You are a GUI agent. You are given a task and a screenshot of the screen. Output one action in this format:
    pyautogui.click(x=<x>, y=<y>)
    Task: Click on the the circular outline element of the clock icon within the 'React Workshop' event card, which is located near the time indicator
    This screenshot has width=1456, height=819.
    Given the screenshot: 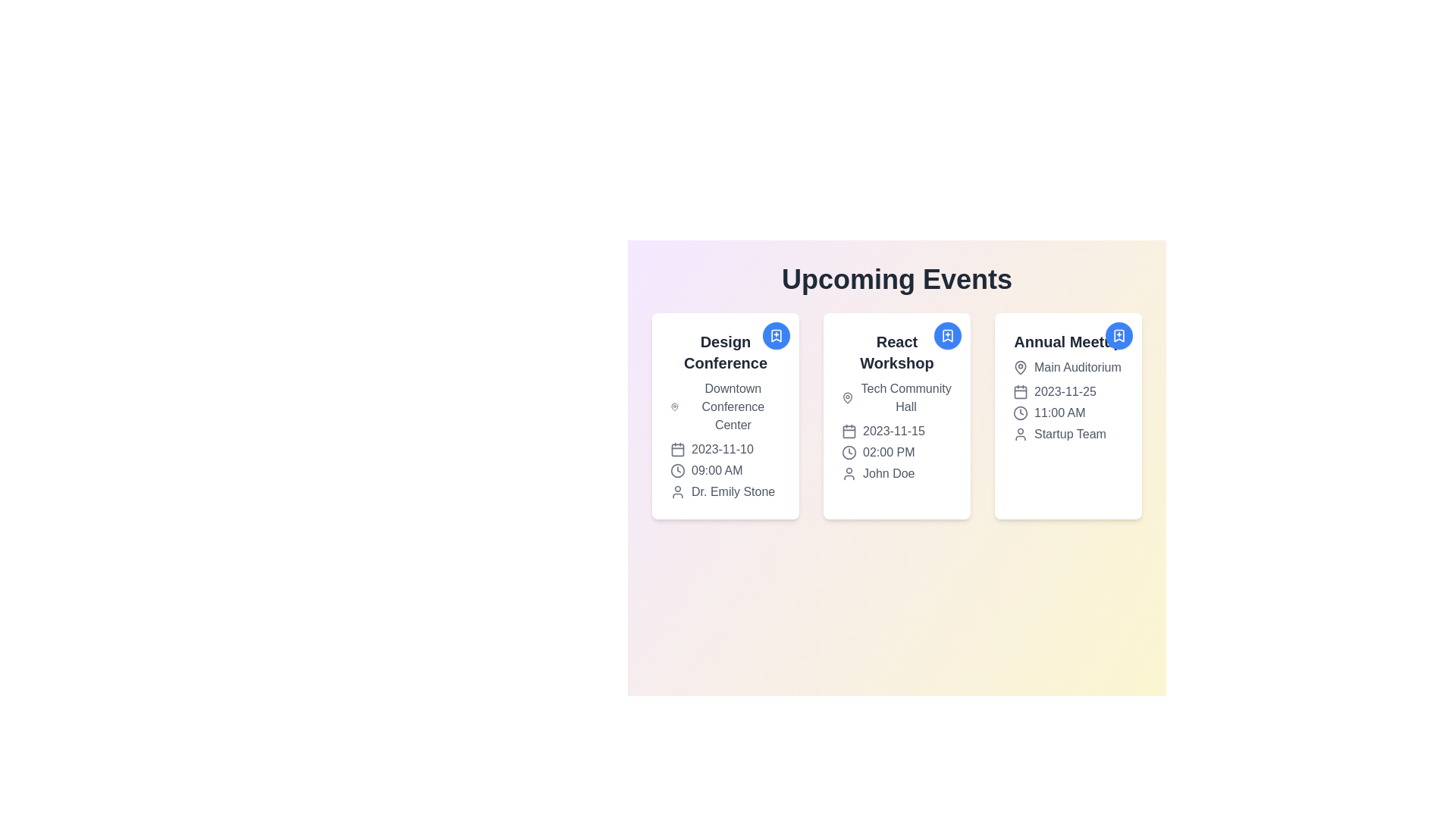 What is the action you would take?
    pyautogui.click(x=1020, y=413)
    